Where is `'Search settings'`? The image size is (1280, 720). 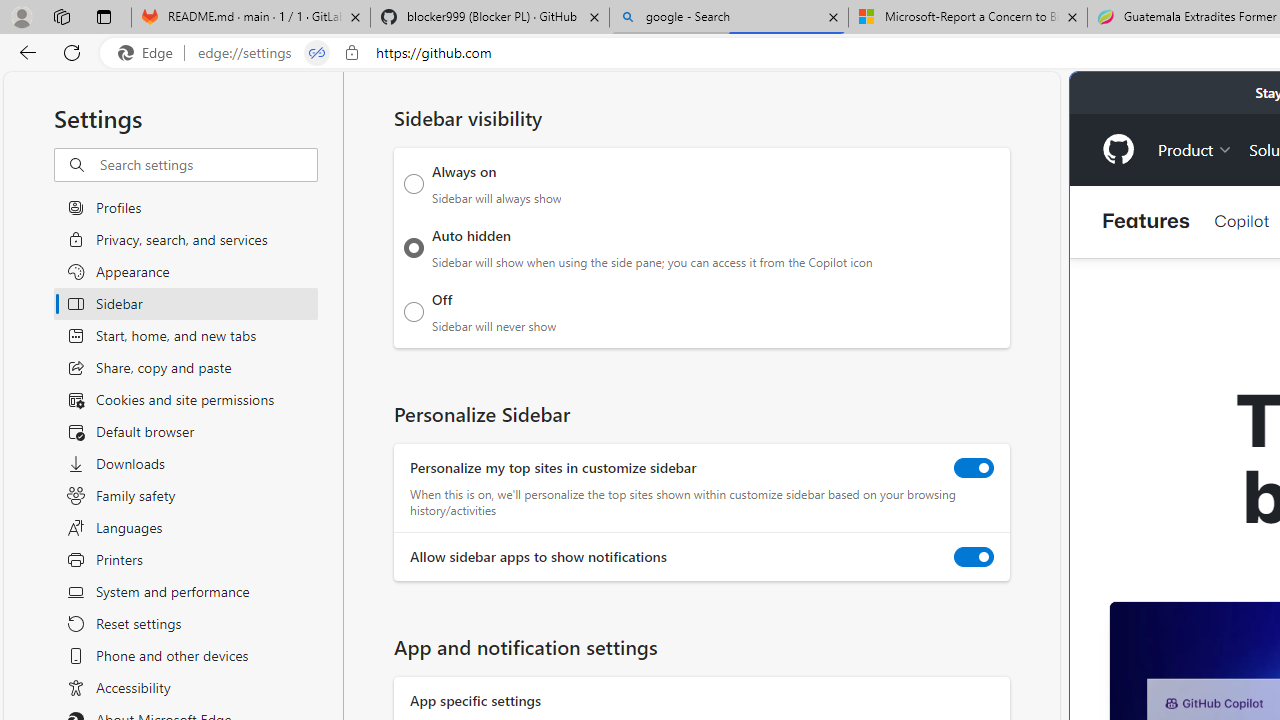 'Search settings' is located at coordinates (208, 164).